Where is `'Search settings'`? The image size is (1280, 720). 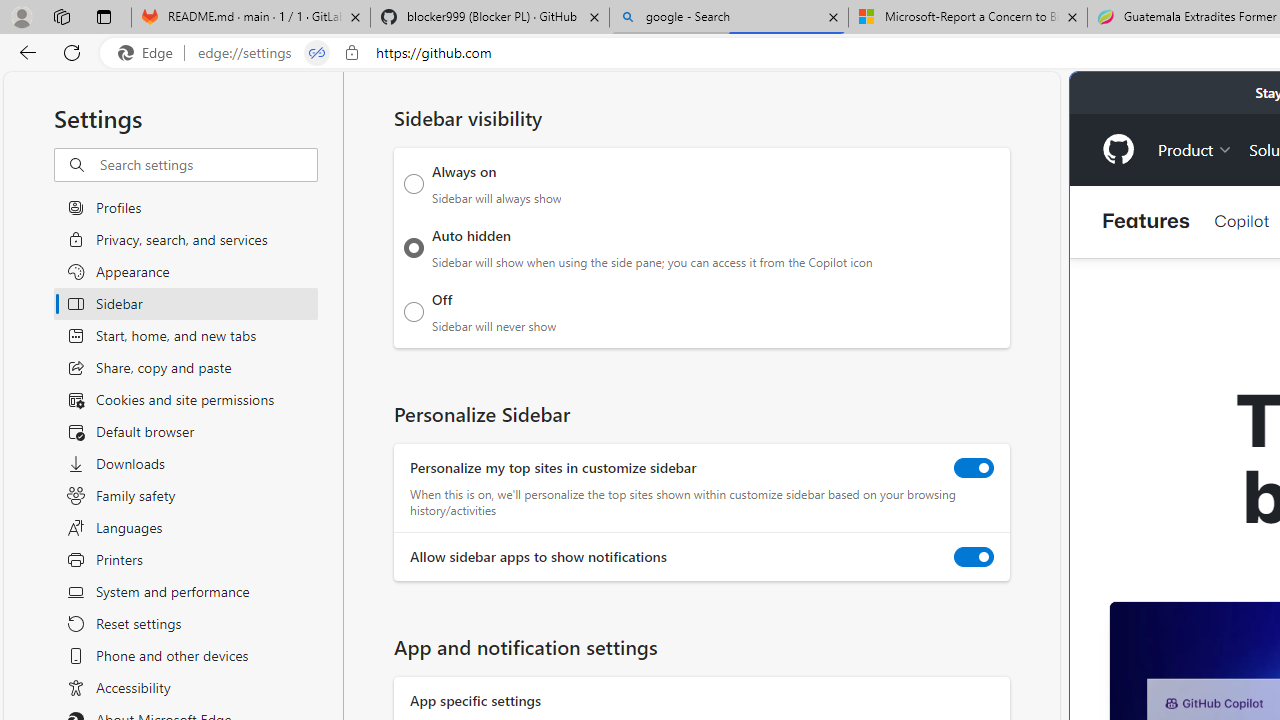 'Search settings' is located at coordinates (208, 164).